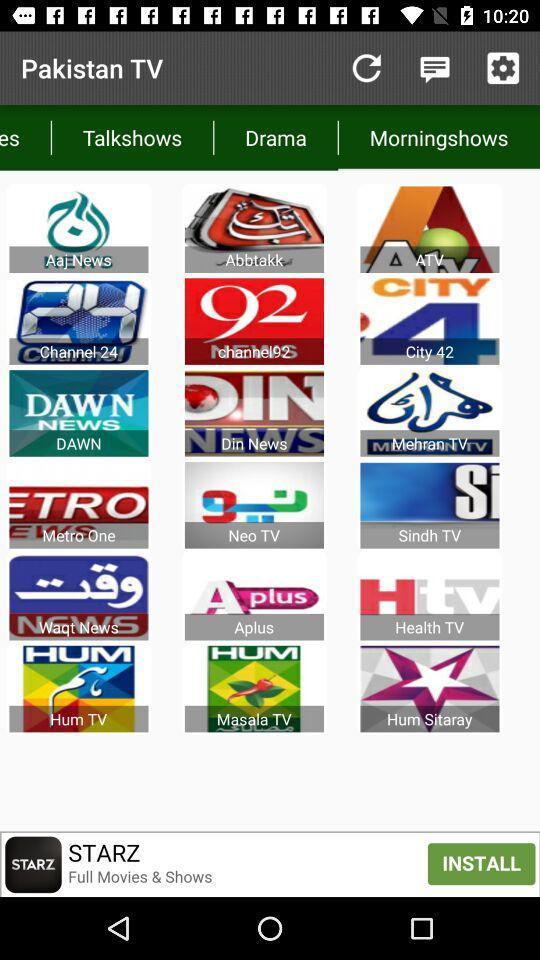  I want to click on reloade, so click(365, 68).